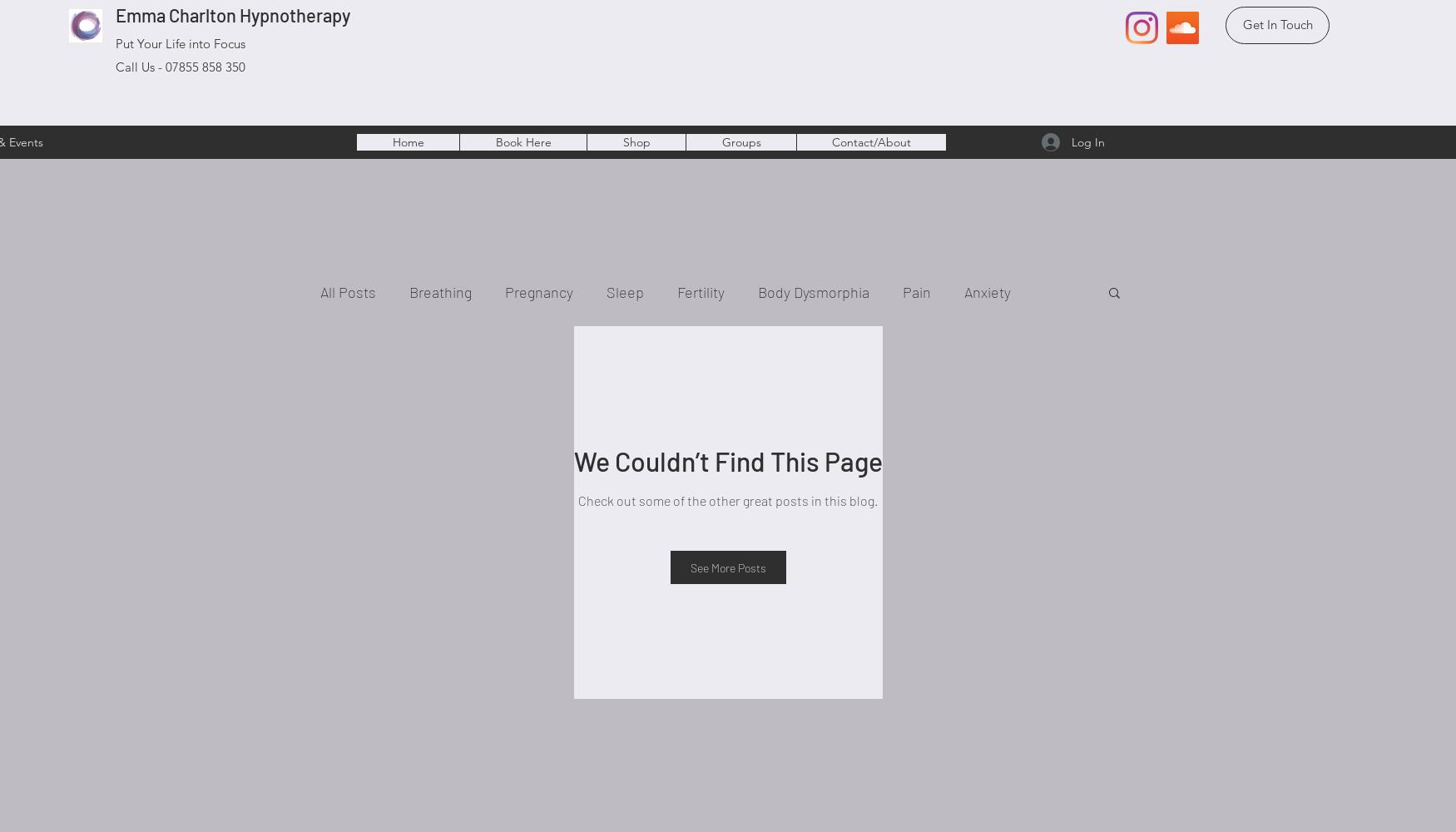  Describe the element at coordinates (889, 359) in the screenshot. I see `'Hypnosis'` at that location.